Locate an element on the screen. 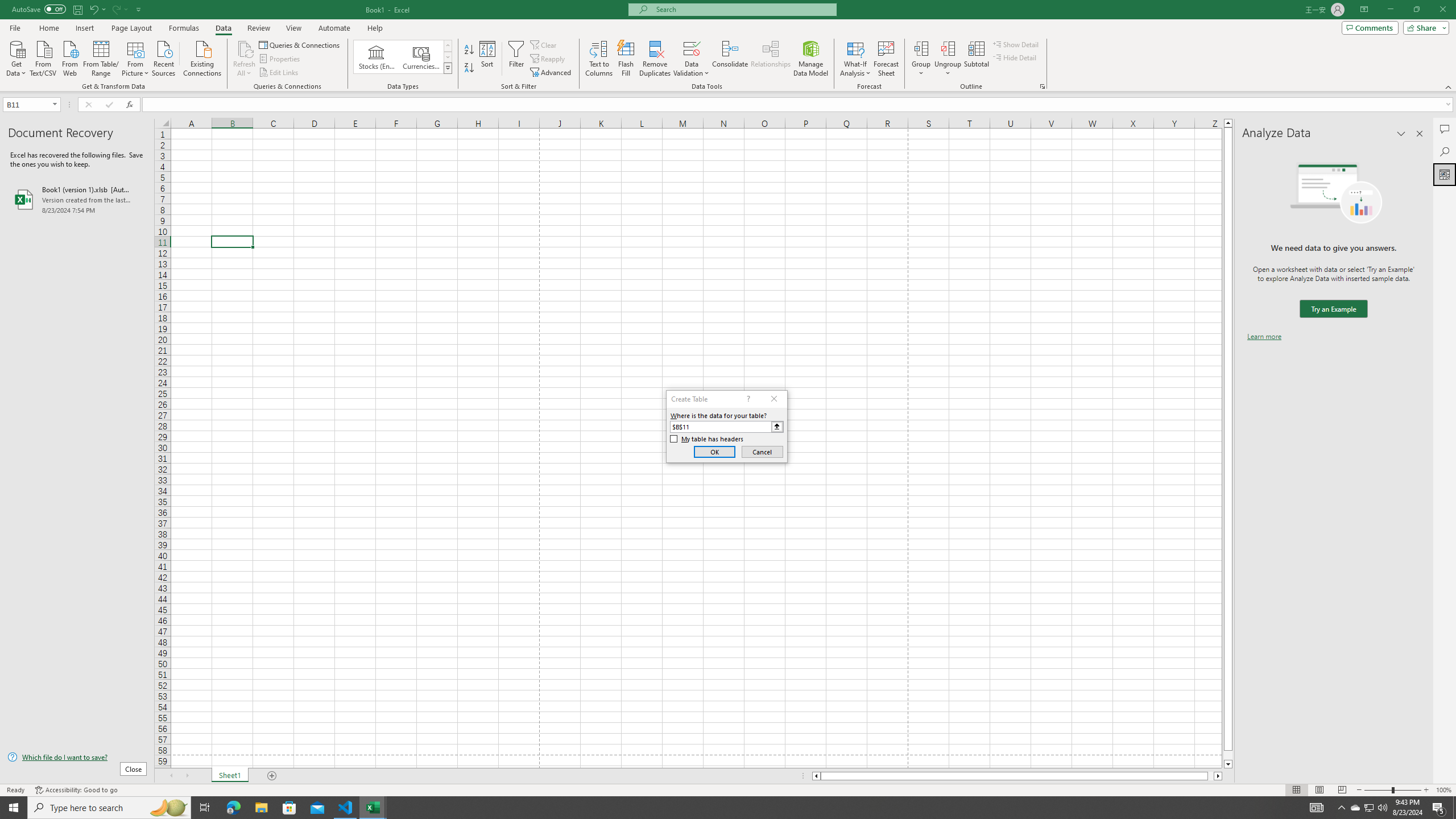 The height and width of the screenshot is (819, 1456). 'We need data to give you answers. Try an Example' is located at coordinates (1333, 309).